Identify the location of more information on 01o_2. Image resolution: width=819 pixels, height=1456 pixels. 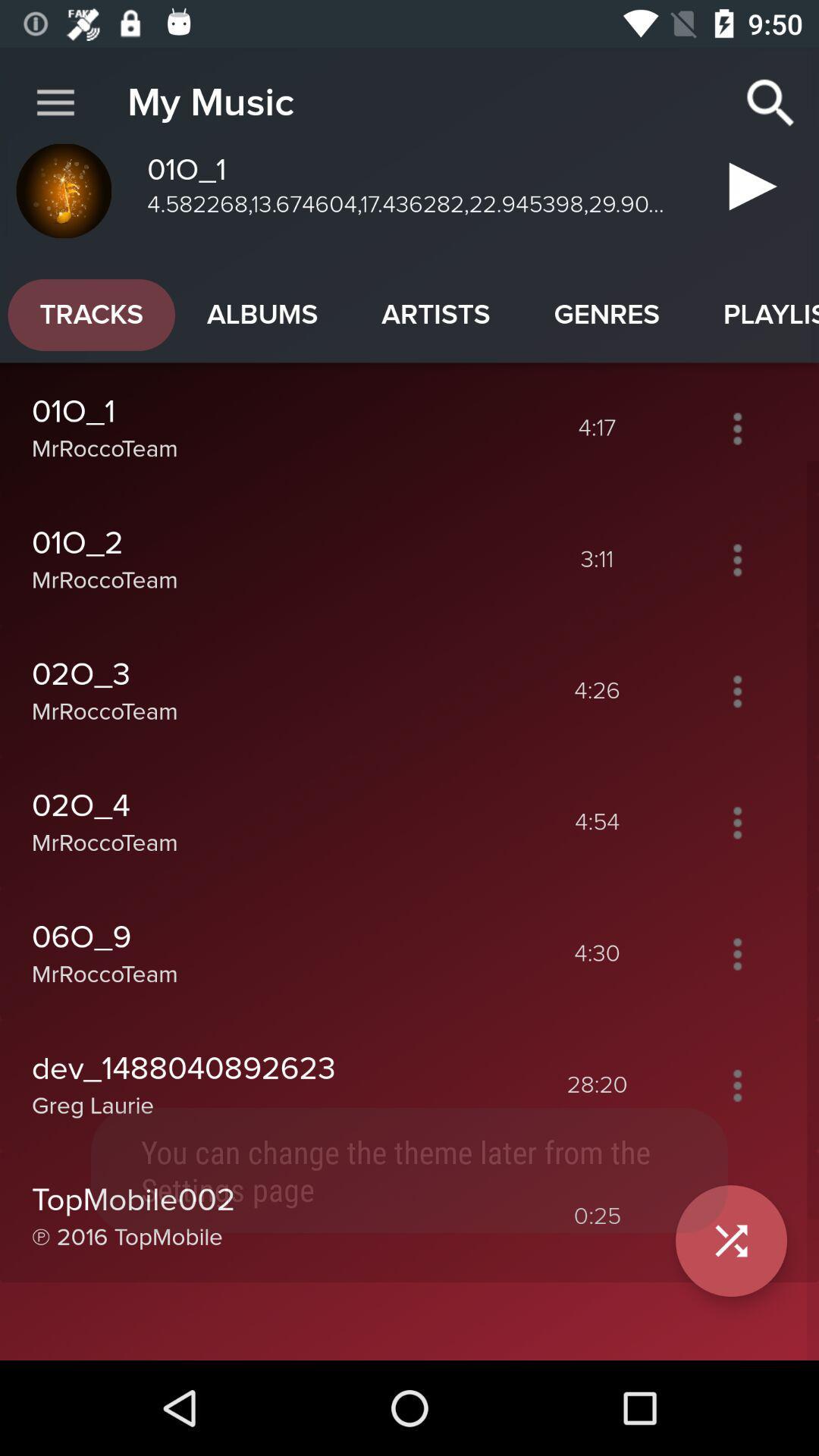
(736, 559).